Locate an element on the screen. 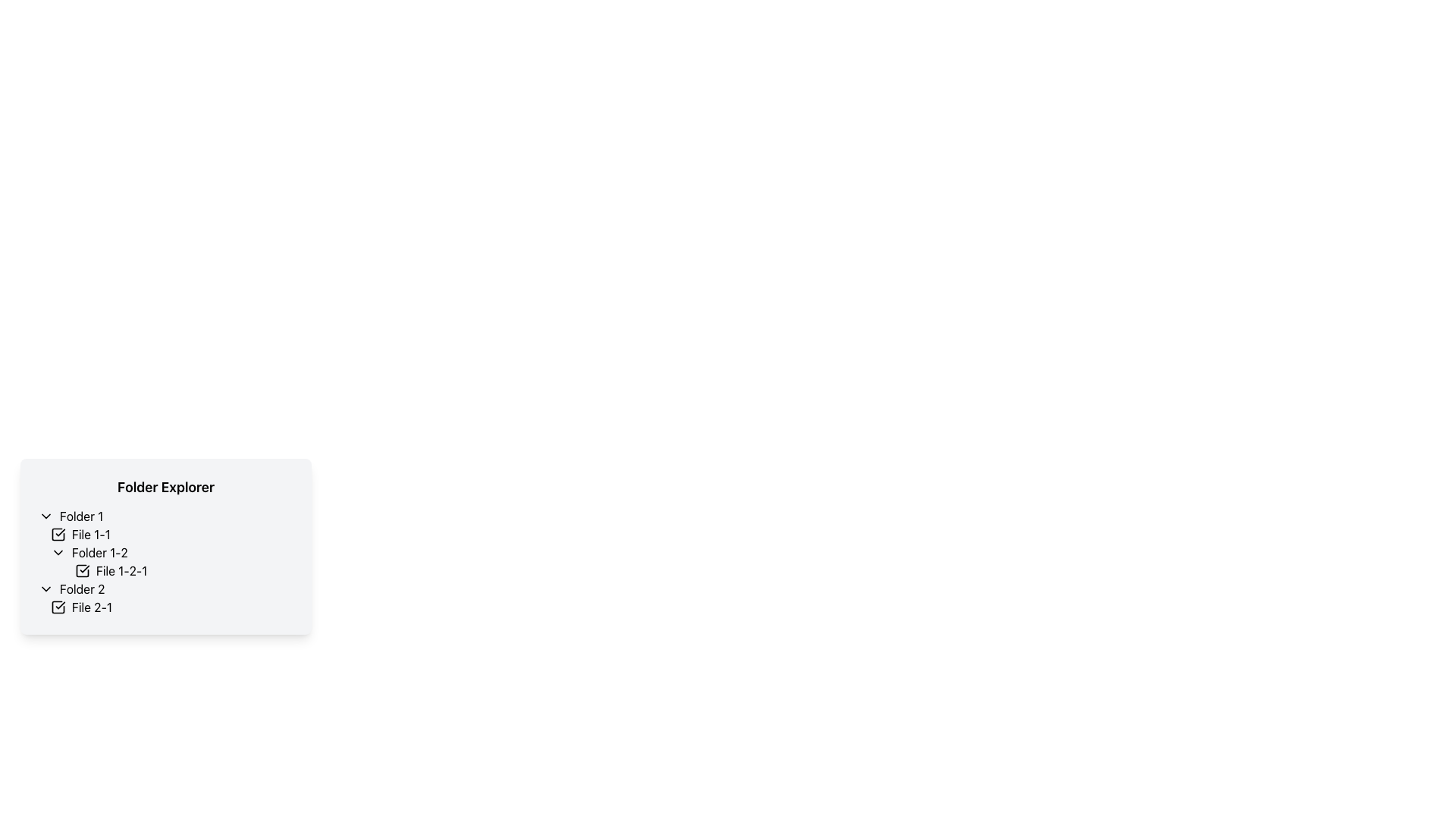 Image resolution: width=1456 pixels, height=819 pixels. the text label UI component displaying 'File 1-1' within the 'Folder 1' category is located at coordinates (90, 534).